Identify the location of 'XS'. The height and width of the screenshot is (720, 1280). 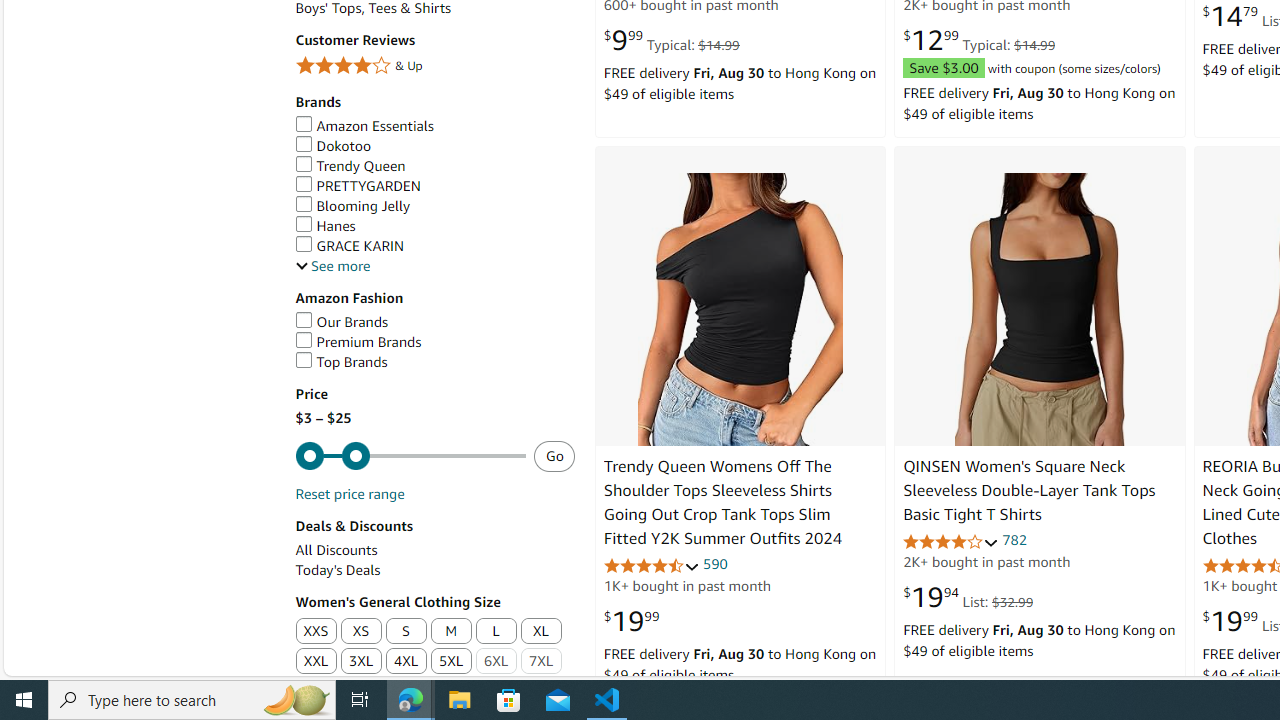
(360, 631).